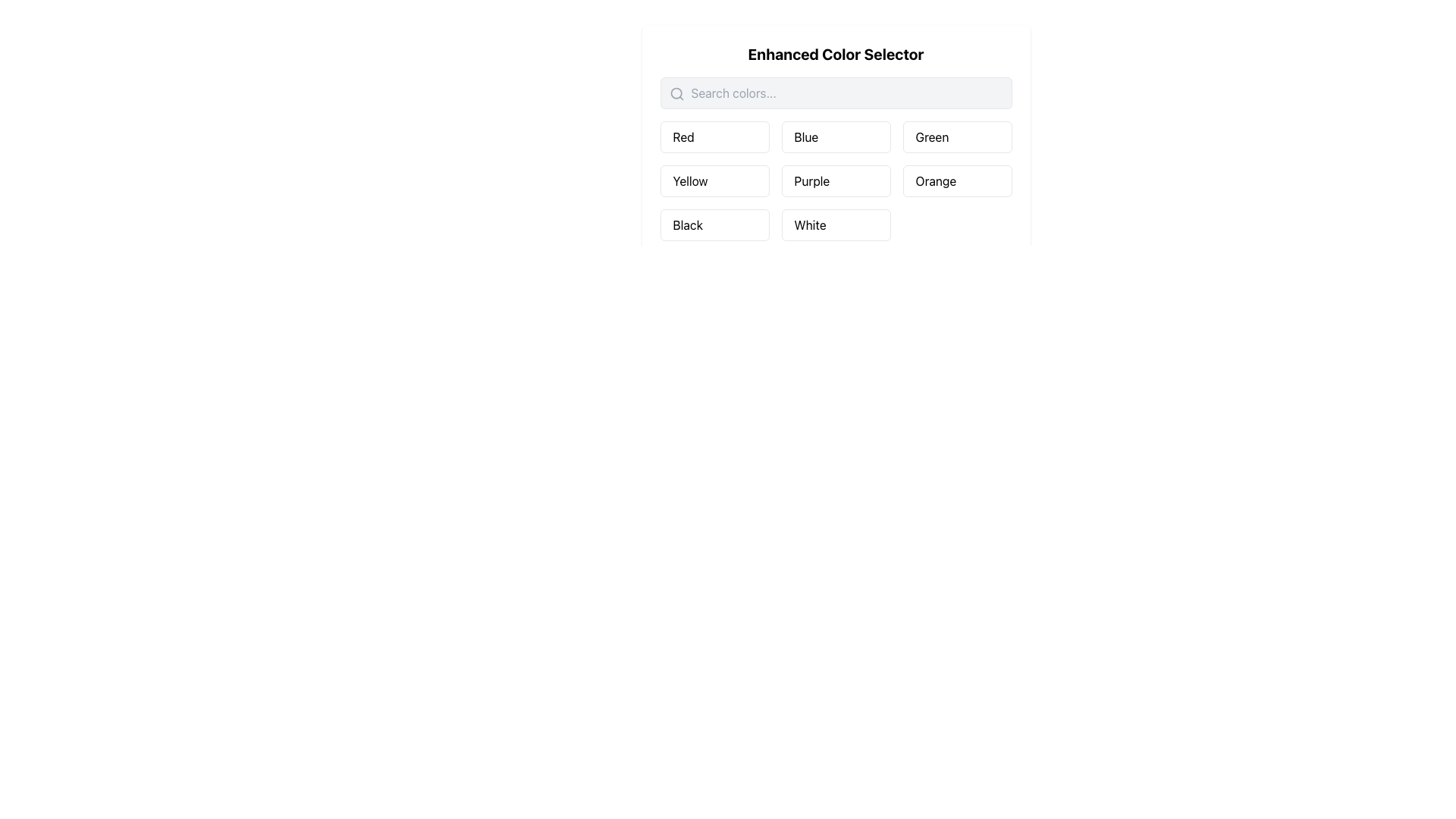  What do you see at coordinates (835, 54) in the screenshot?
I see `the 'Enhanced Color Selector' text label which is bold and large, centered at the top of the panel` at bounding box center [835, 54].